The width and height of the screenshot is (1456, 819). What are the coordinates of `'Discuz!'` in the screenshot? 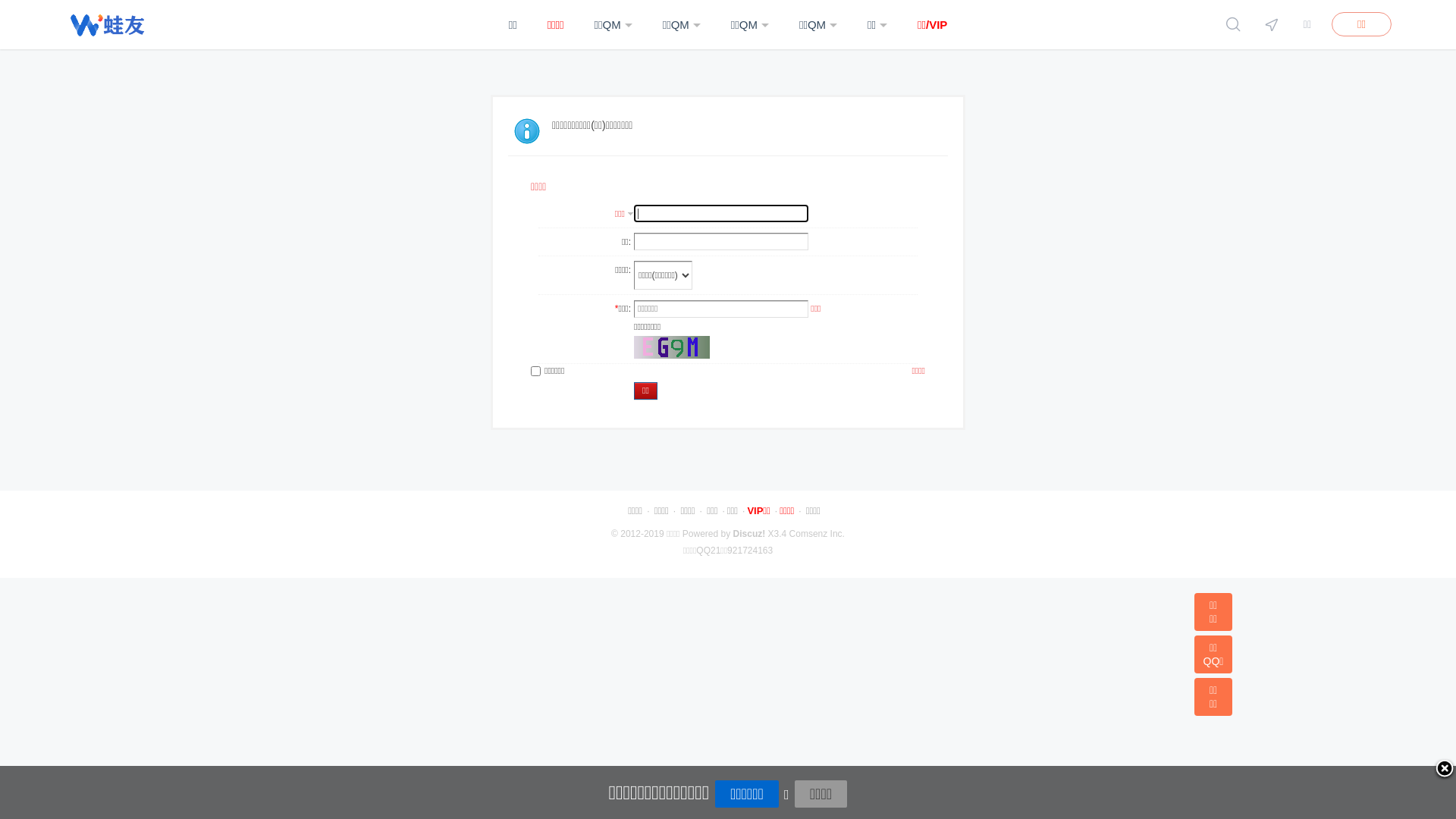 It's located at (749, 533).